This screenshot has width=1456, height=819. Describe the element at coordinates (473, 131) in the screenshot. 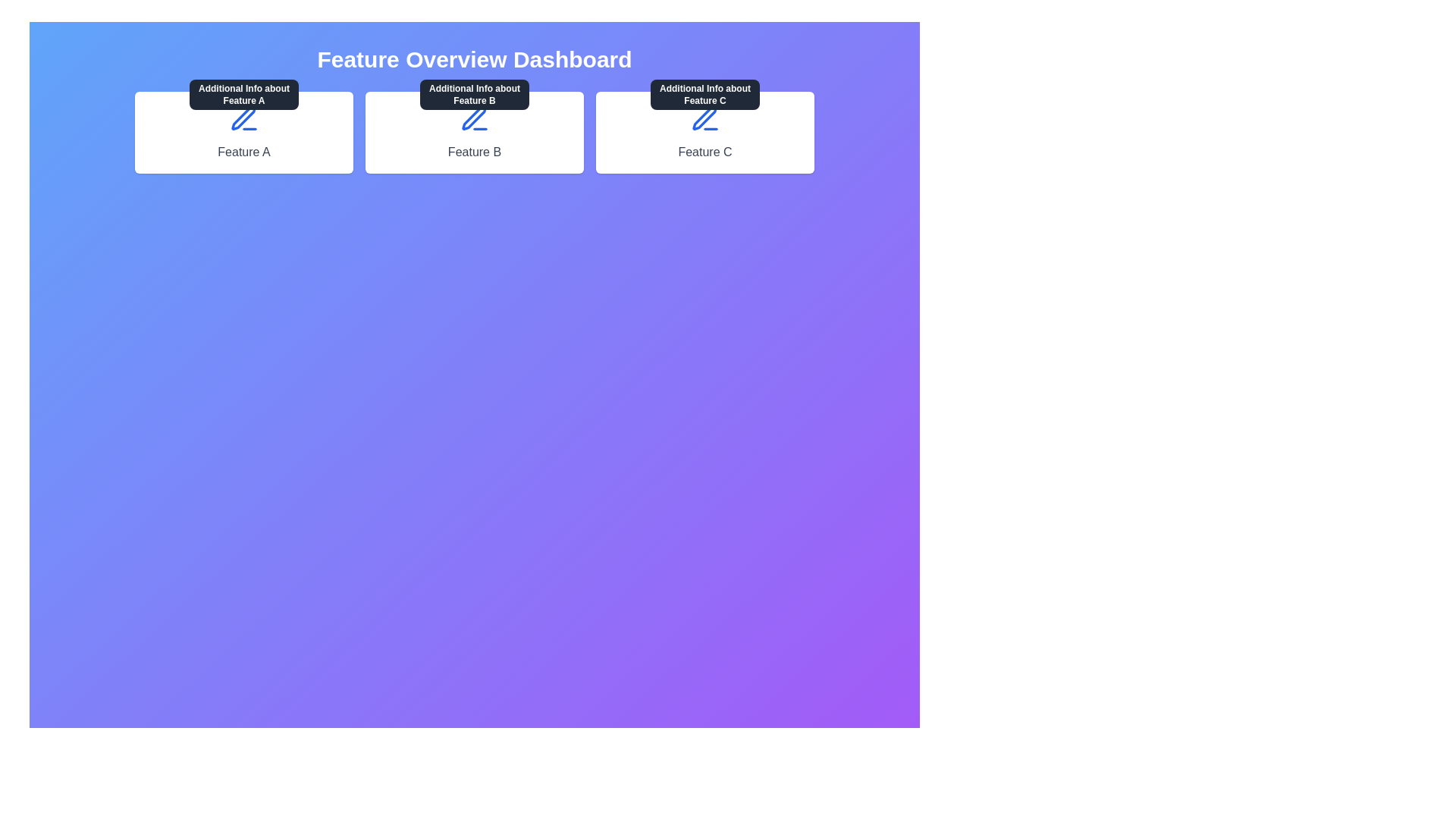

I see `the card component labeled 'Feature B', which is the second card in a 3-column grid layout under 'Feature Overview Dashboard'` at that location.